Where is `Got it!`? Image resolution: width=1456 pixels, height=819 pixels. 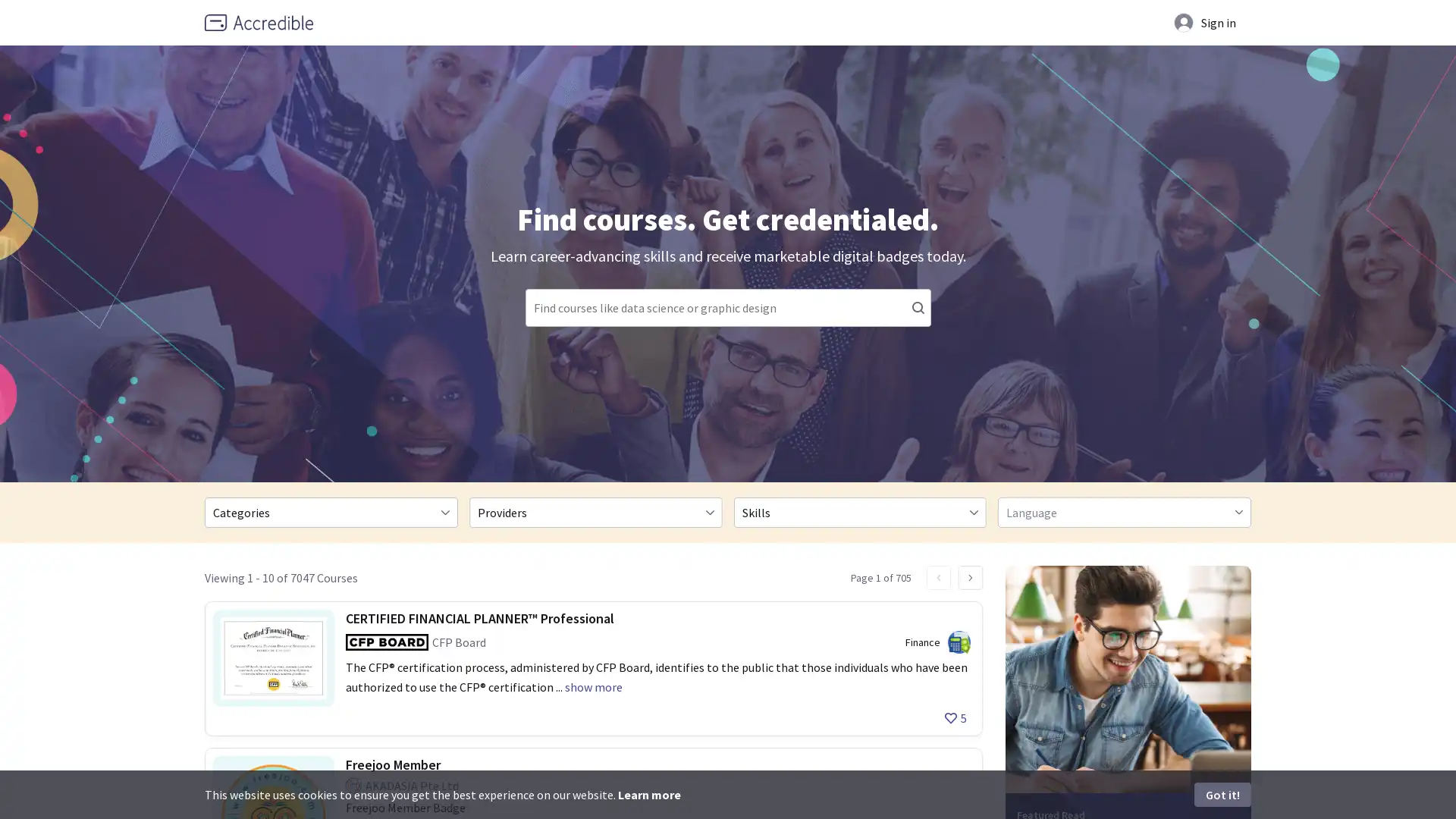
Got it! is located at coordinates (1222, 794).